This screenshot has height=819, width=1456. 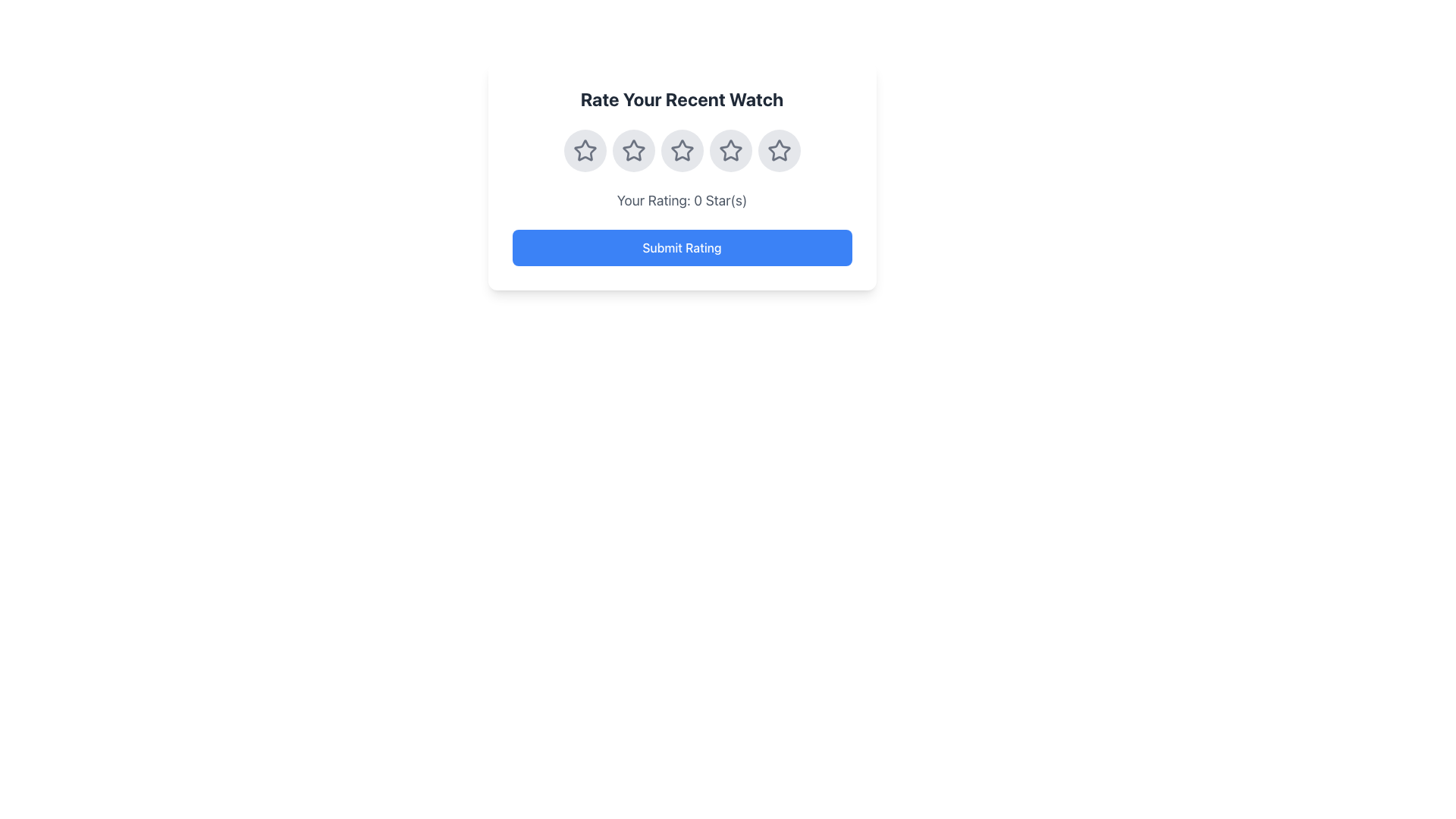 What do you see at coordinates (633, 150) in the screenshot?
I see `the second star icon in the 5-star rating system` at bounding box center [633, 150].